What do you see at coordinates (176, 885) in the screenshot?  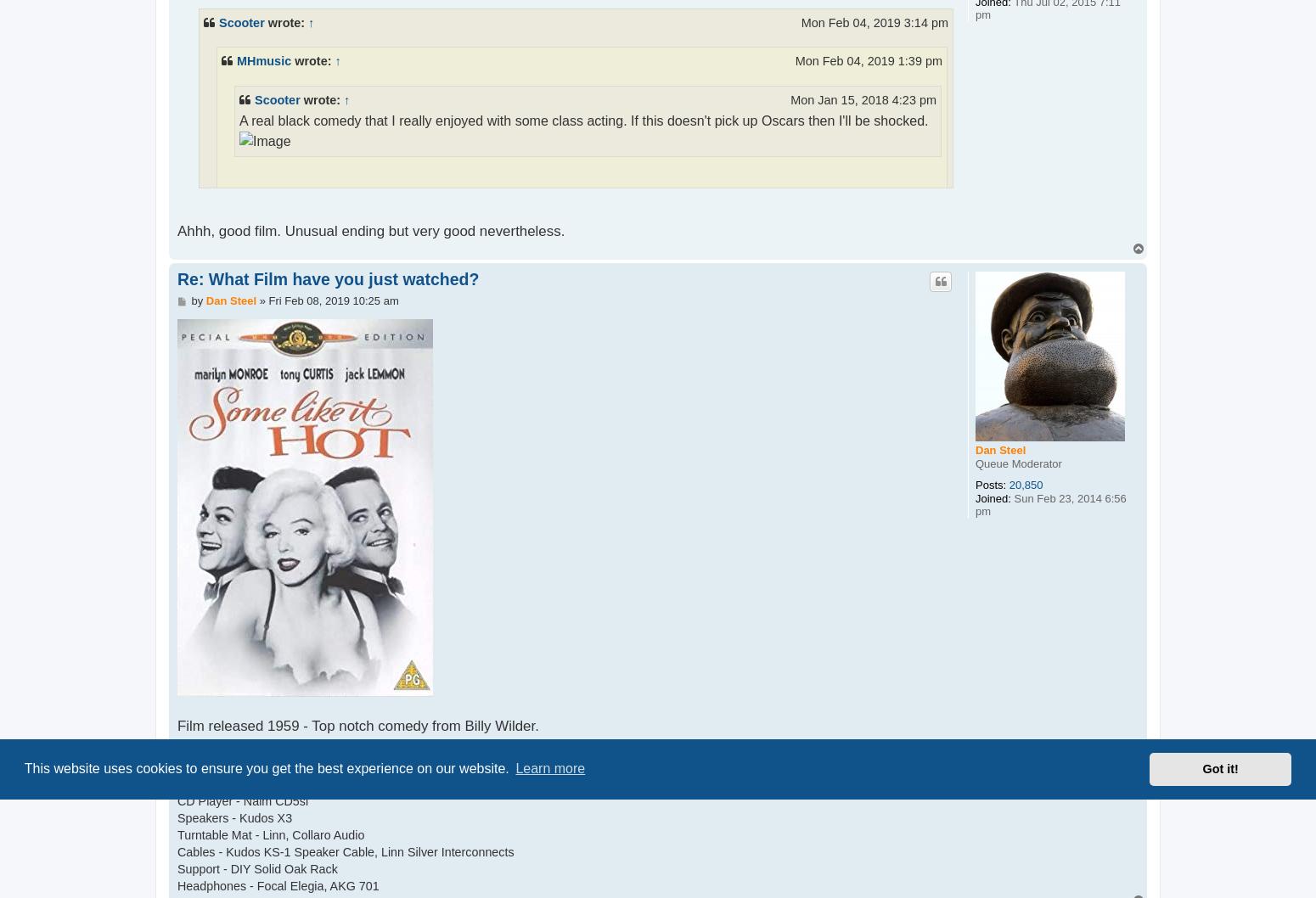 I see `'Headphones - Focal Elegia, AKG 701'` at bounding box center [176, 885].